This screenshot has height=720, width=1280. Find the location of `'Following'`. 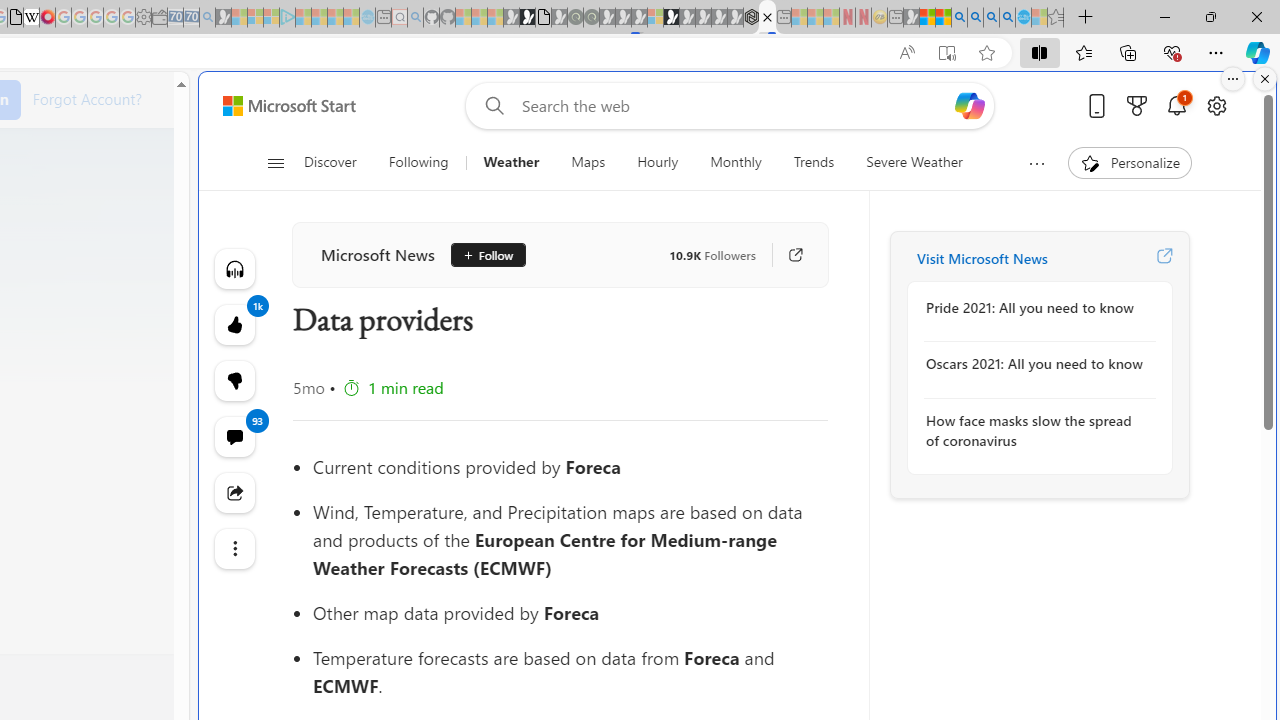

'Following' is located at coordinates (419, 162).